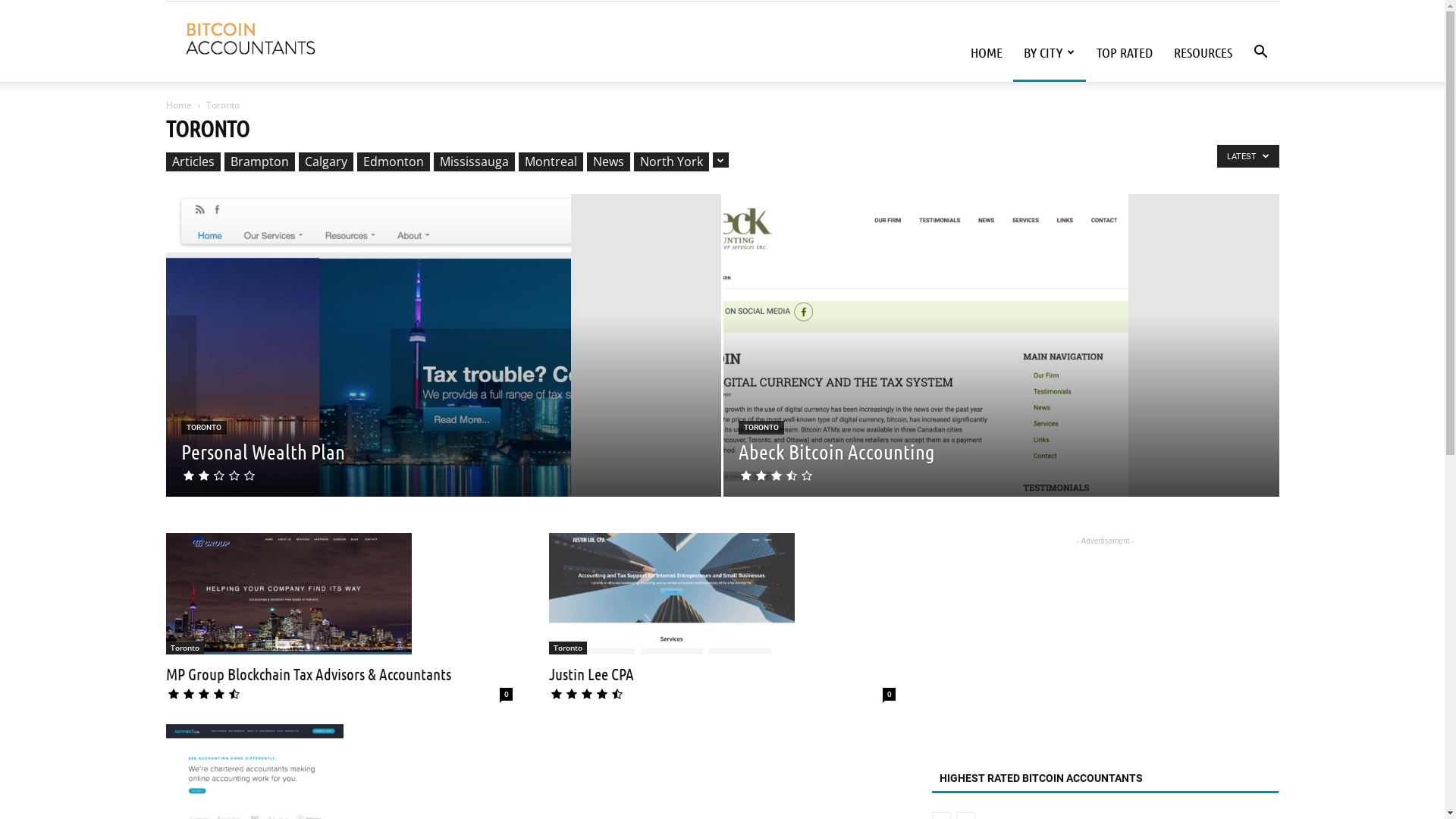 The height and width of the screenshot is (819, 1456). Describe the element at coordinates (165, 162) in the screenshot. I see `'Articles'` at that location.